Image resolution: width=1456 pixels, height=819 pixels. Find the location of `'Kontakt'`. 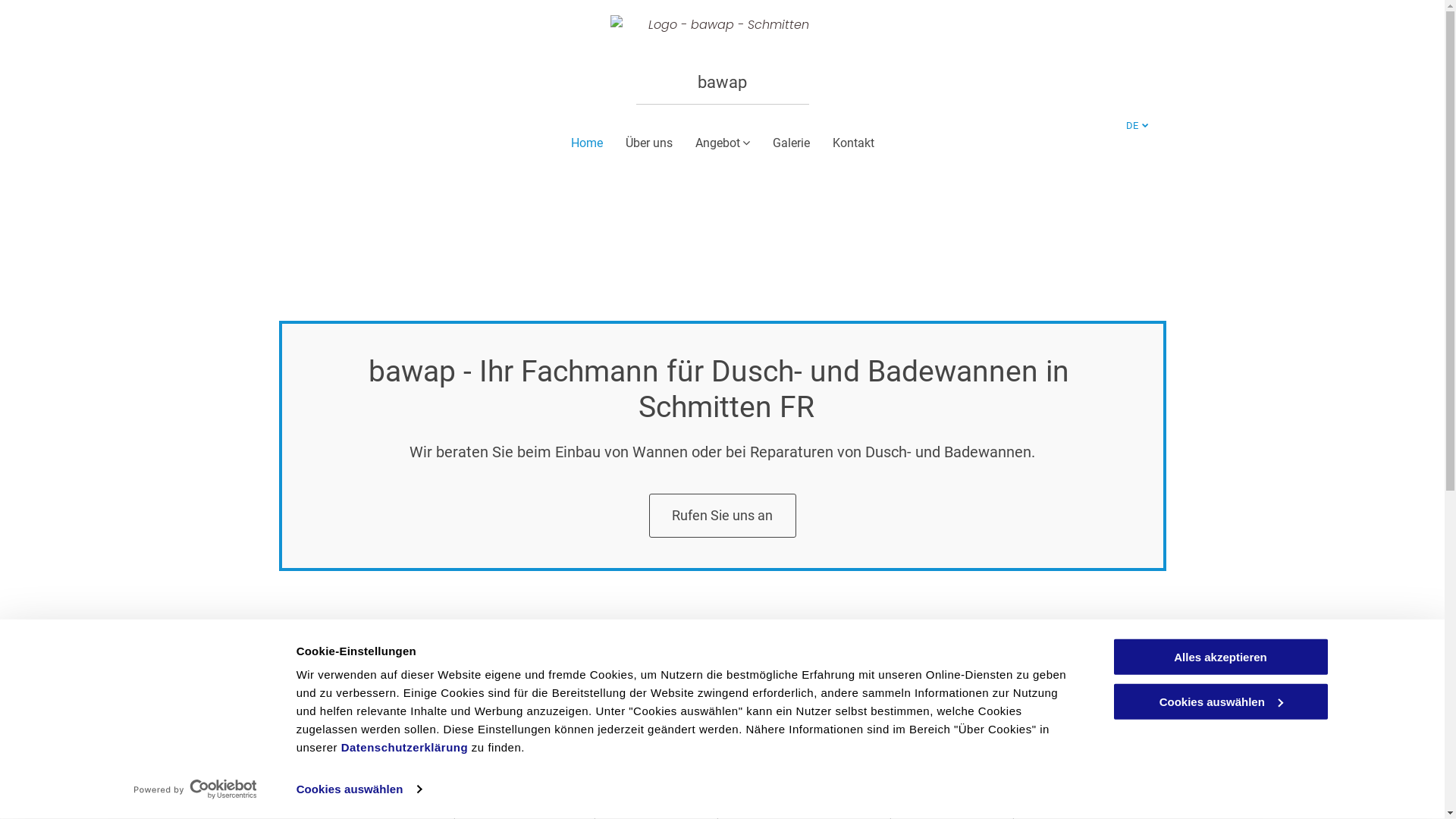

'Kontakt' is located at coordinates (853, 143).